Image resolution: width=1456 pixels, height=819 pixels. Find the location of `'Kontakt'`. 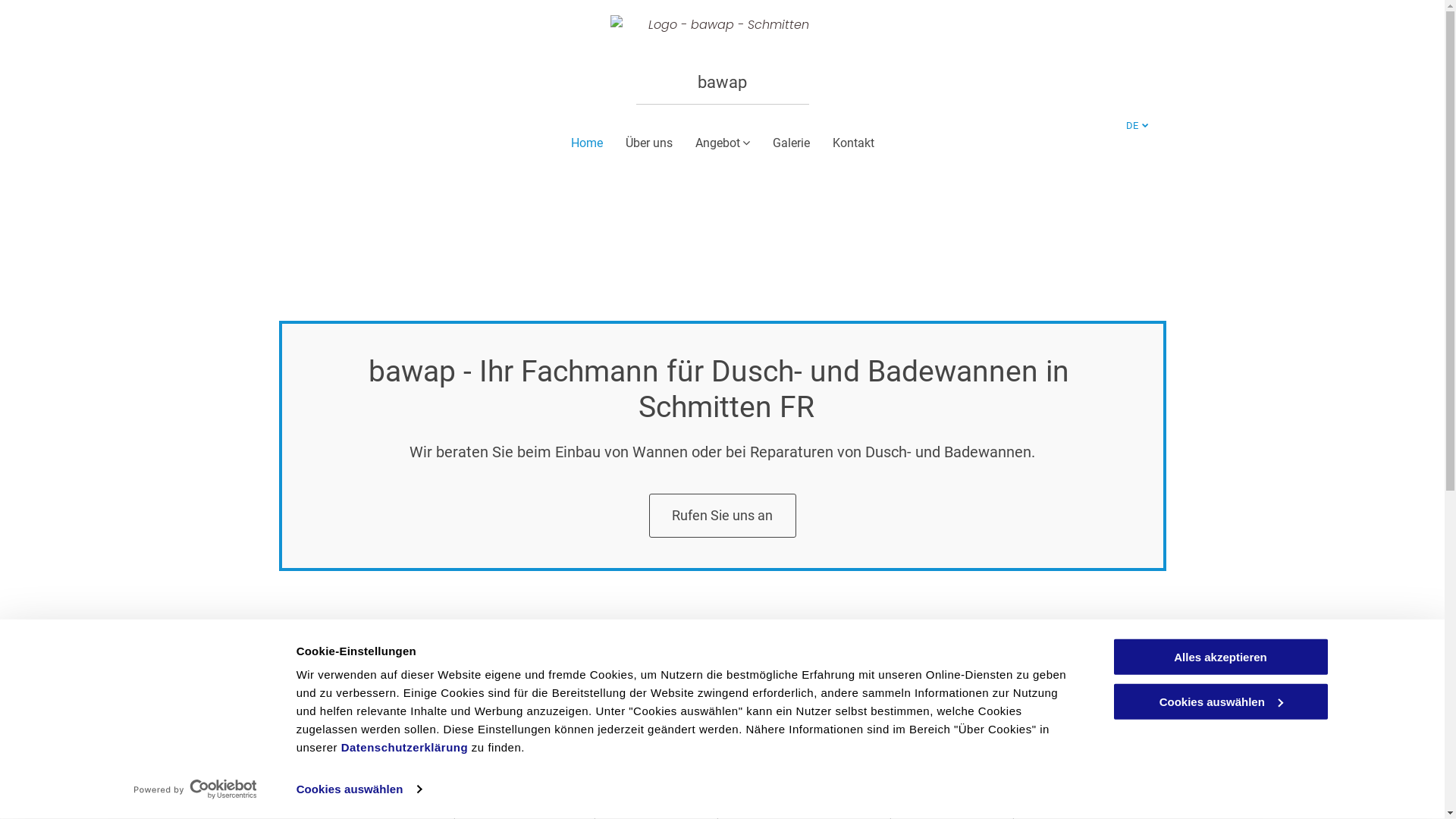

'Kontakt' is located at coordinates (853, 143).